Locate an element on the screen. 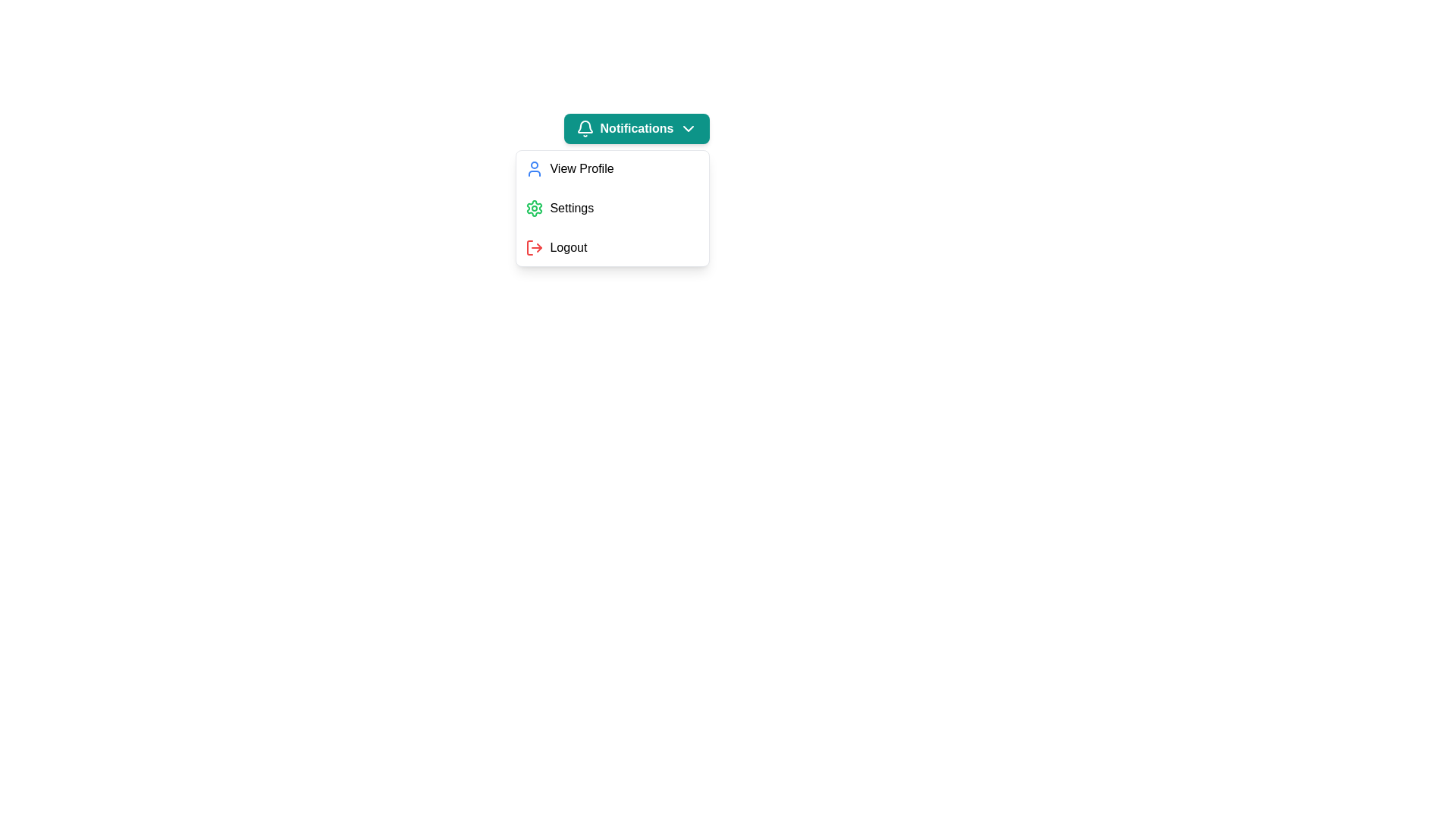 Image resolution: width=1456 pixels, height=819 pixels. the menu item View Profile to inspect it is located at coordinates (612, 169).